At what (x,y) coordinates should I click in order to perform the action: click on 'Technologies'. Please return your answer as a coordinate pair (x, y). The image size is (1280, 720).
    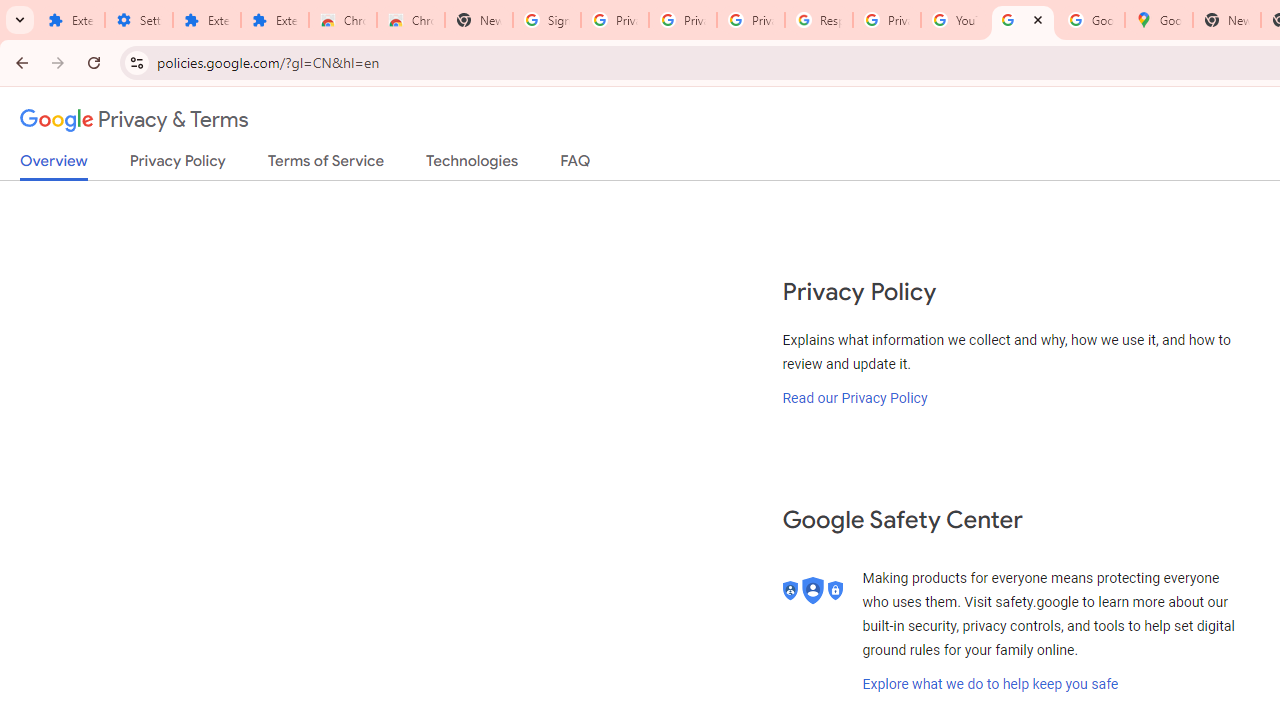
    Looking at the image, I should click on (471, 164).